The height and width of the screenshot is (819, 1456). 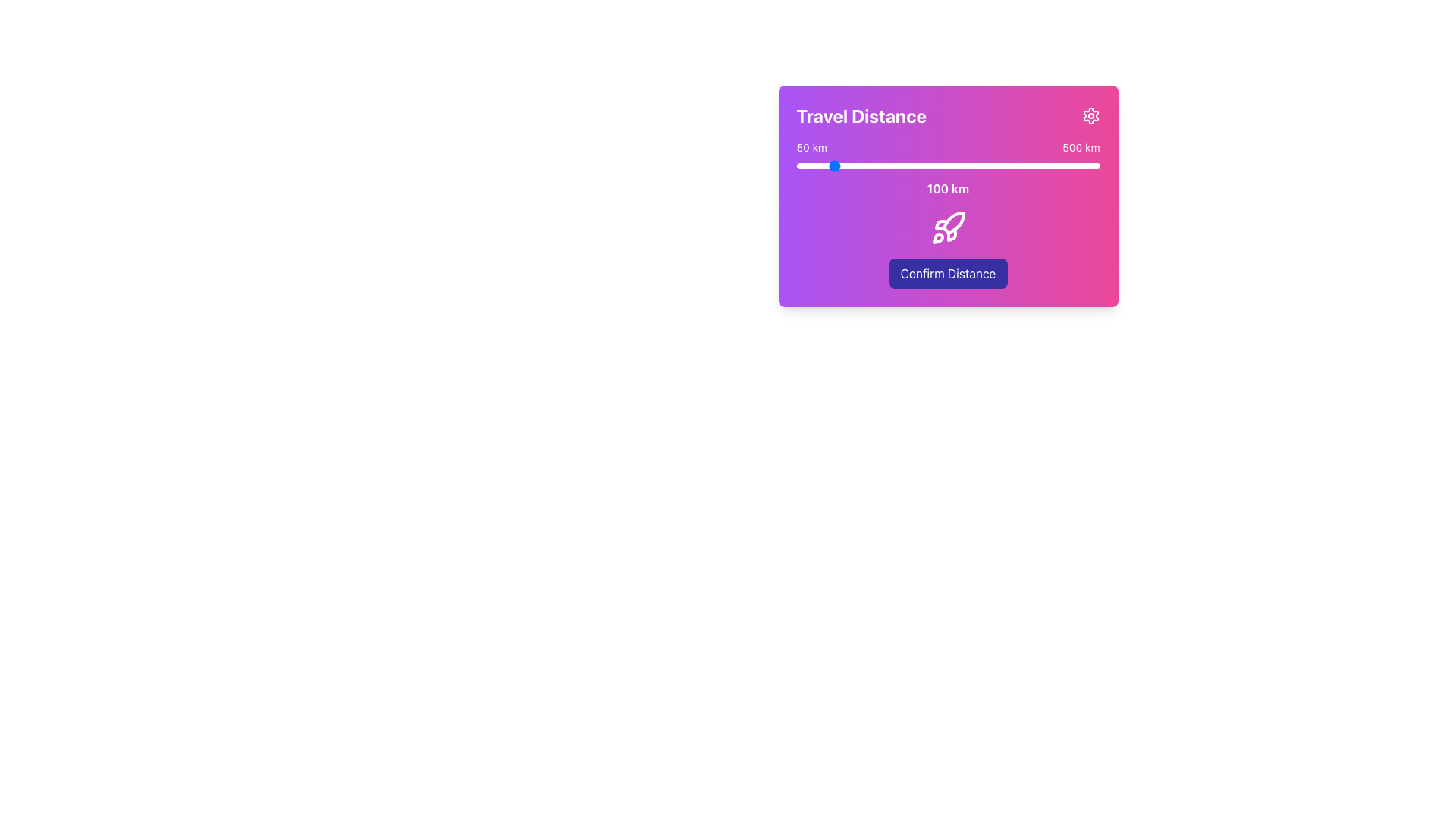 I want to click on the Text Label displaying '100 km', which is centrally aligned beneath the range input slider in a gradient-colored box, so click(x=947, y=188).